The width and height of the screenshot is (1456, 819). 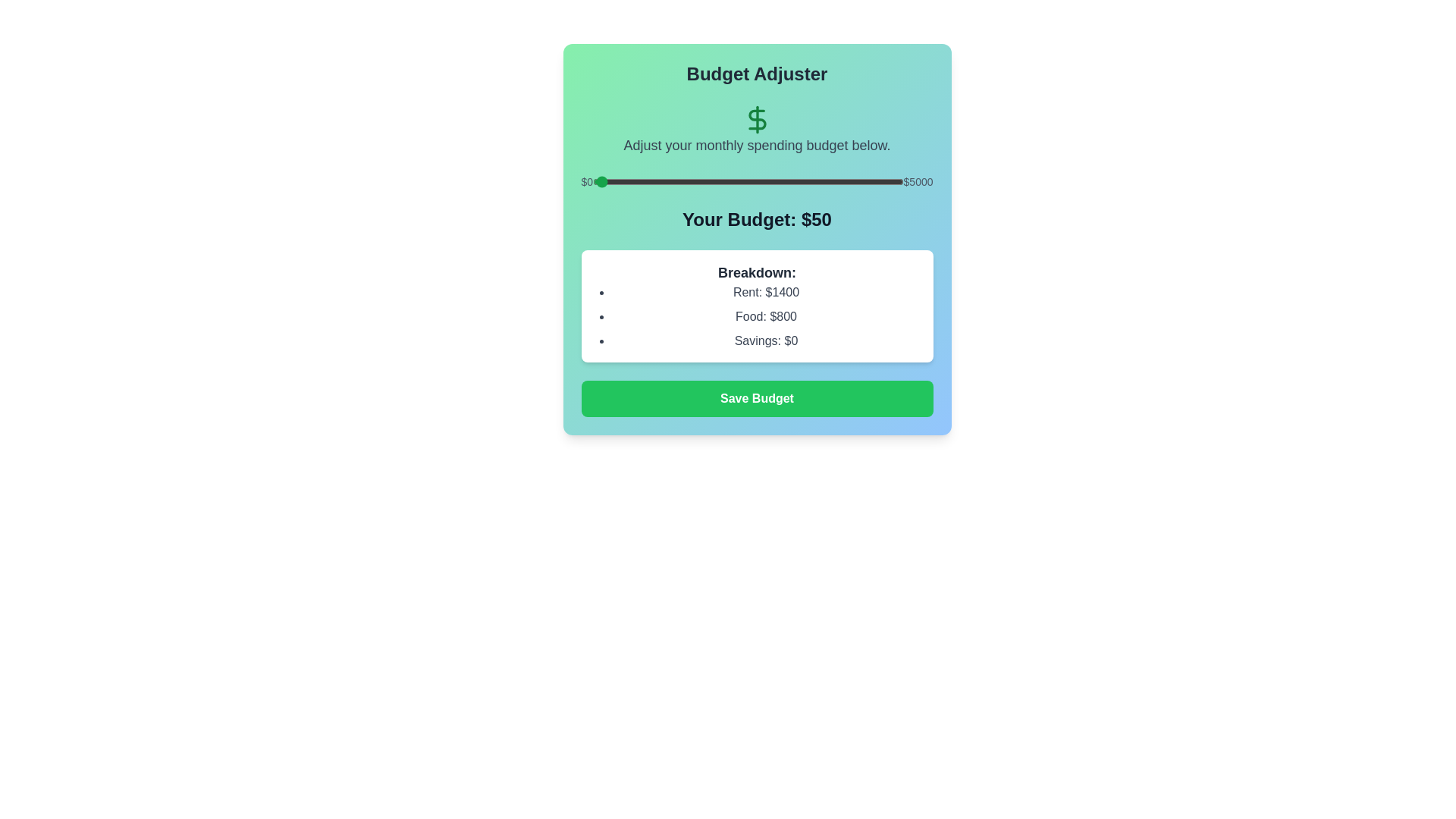 I want to click on the budget to 4813 dollars by adjusting the slider, so click(x=892, y=180).